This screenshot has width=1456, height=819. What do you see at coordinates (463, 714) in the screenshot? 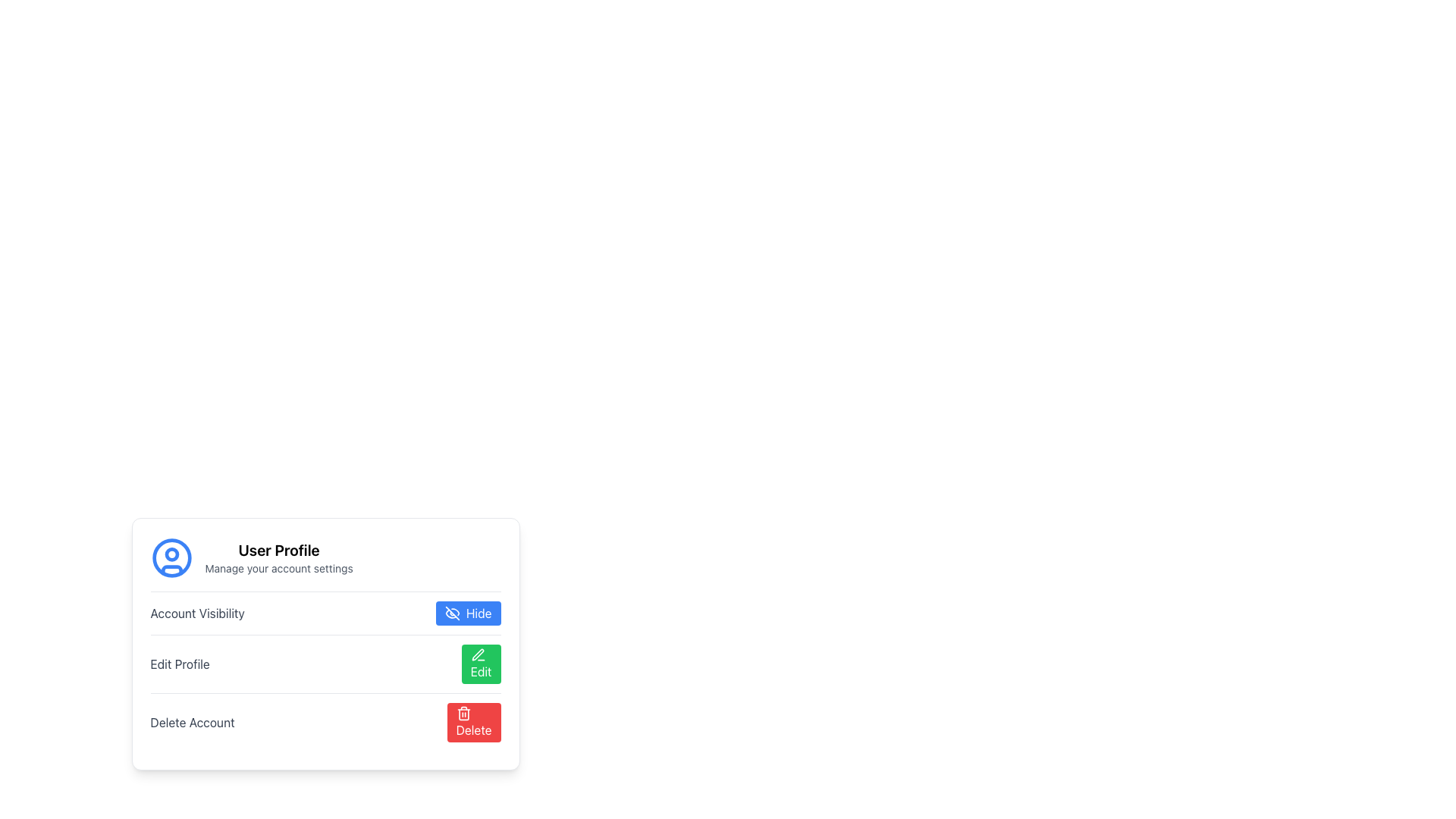
I see `the trash bin icon representing the delete action, located to the left of the 'Delete' text in the red button under the 'User Profile' section to trigger hover effects` at bounding box center [463, 714].